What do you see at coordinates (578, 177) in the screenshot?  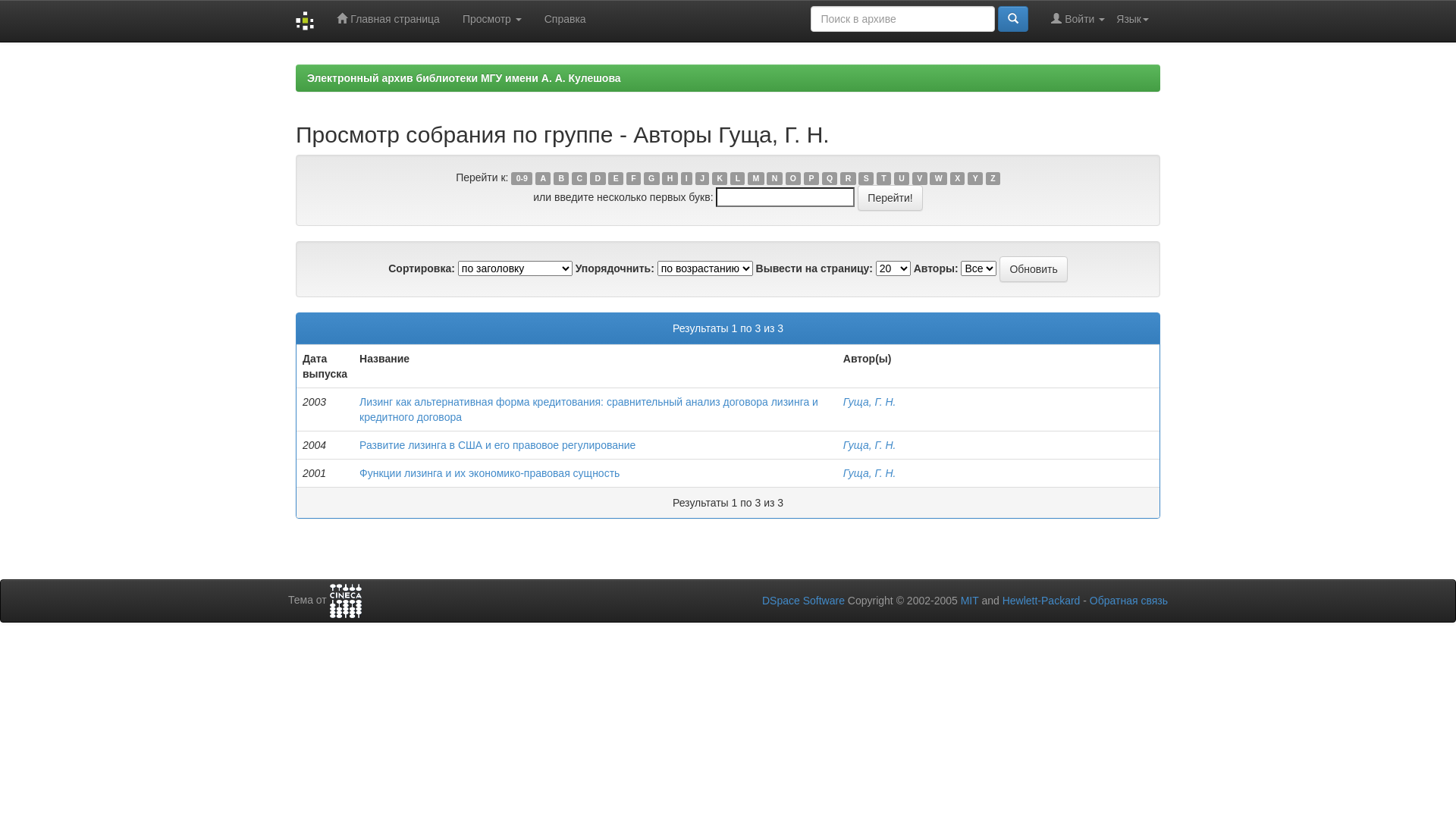 I see `'C'` at bounding box center [578, 177].